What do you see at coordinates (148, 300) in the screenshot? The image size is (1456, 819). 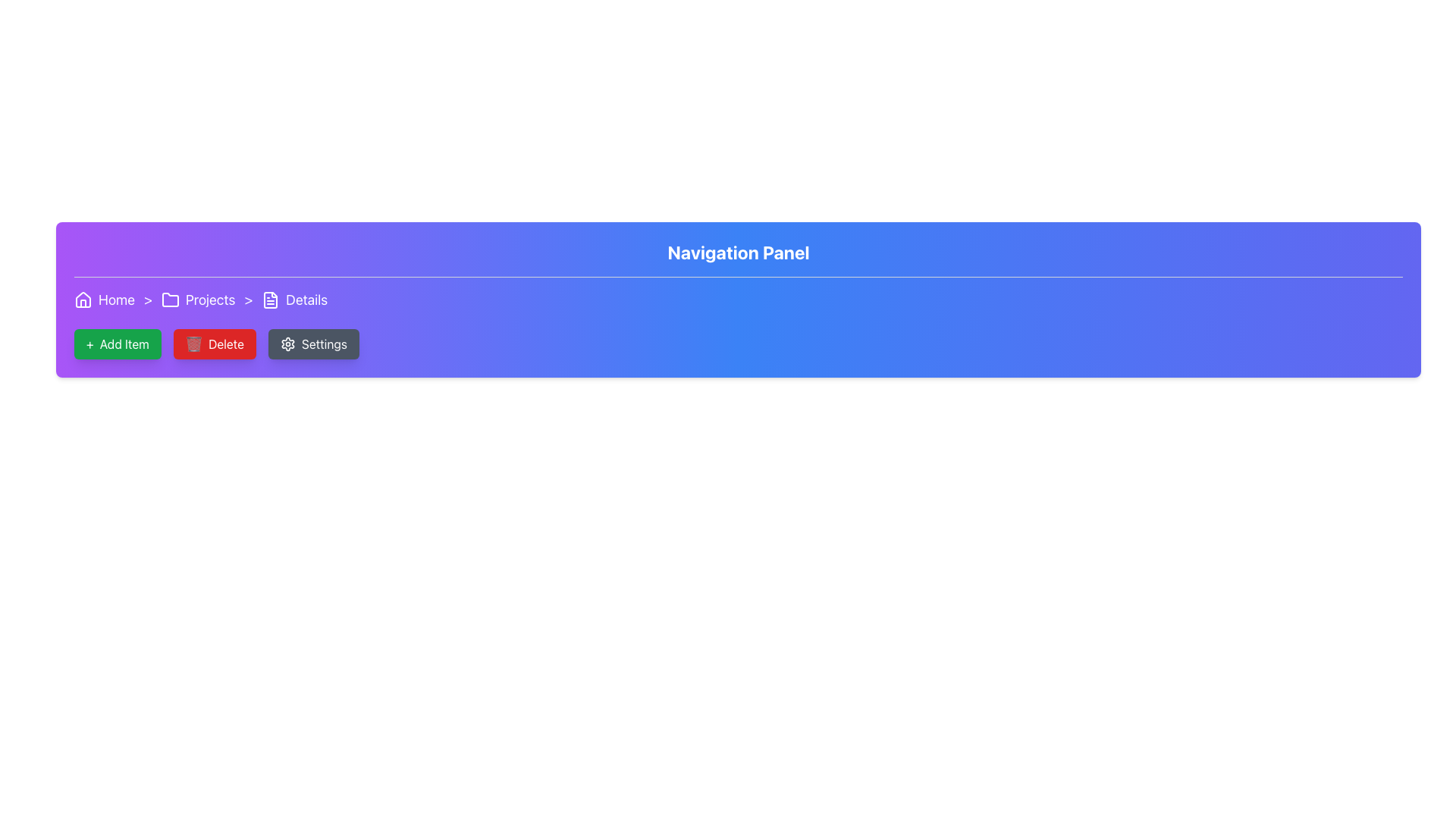 I see `the Breadcrumb Separator, which is a rightward arrow symbol ('>') in white on a purple background, positioned between 'Projects' and 'Details' in the breadcrumb navigation bar` at bounding box center [148, 300].